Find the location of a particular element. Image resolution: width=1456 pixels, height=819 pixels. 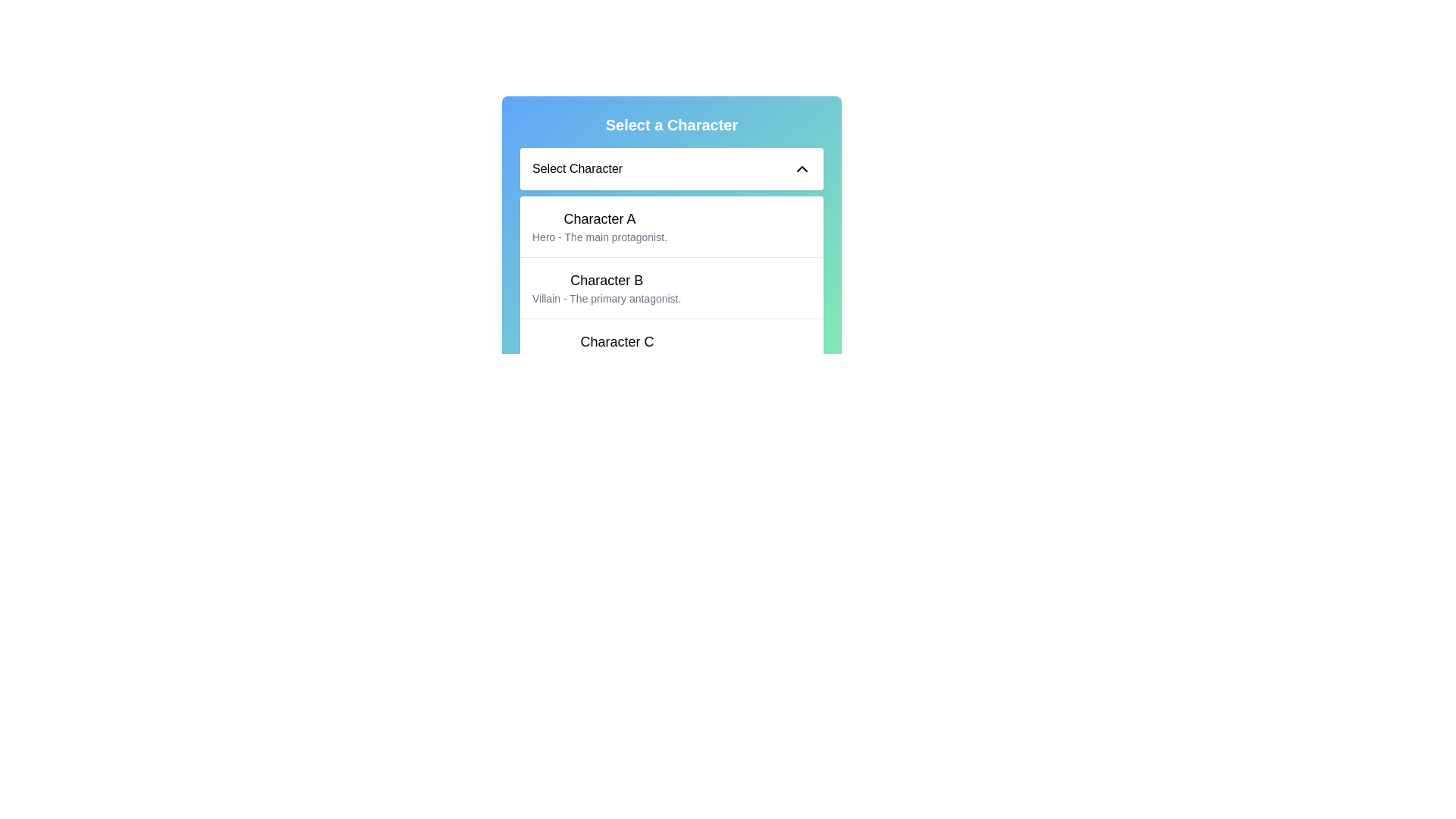

the list item labeled 'Character B' within the dropdown menu is located at coordinates (671, 262).